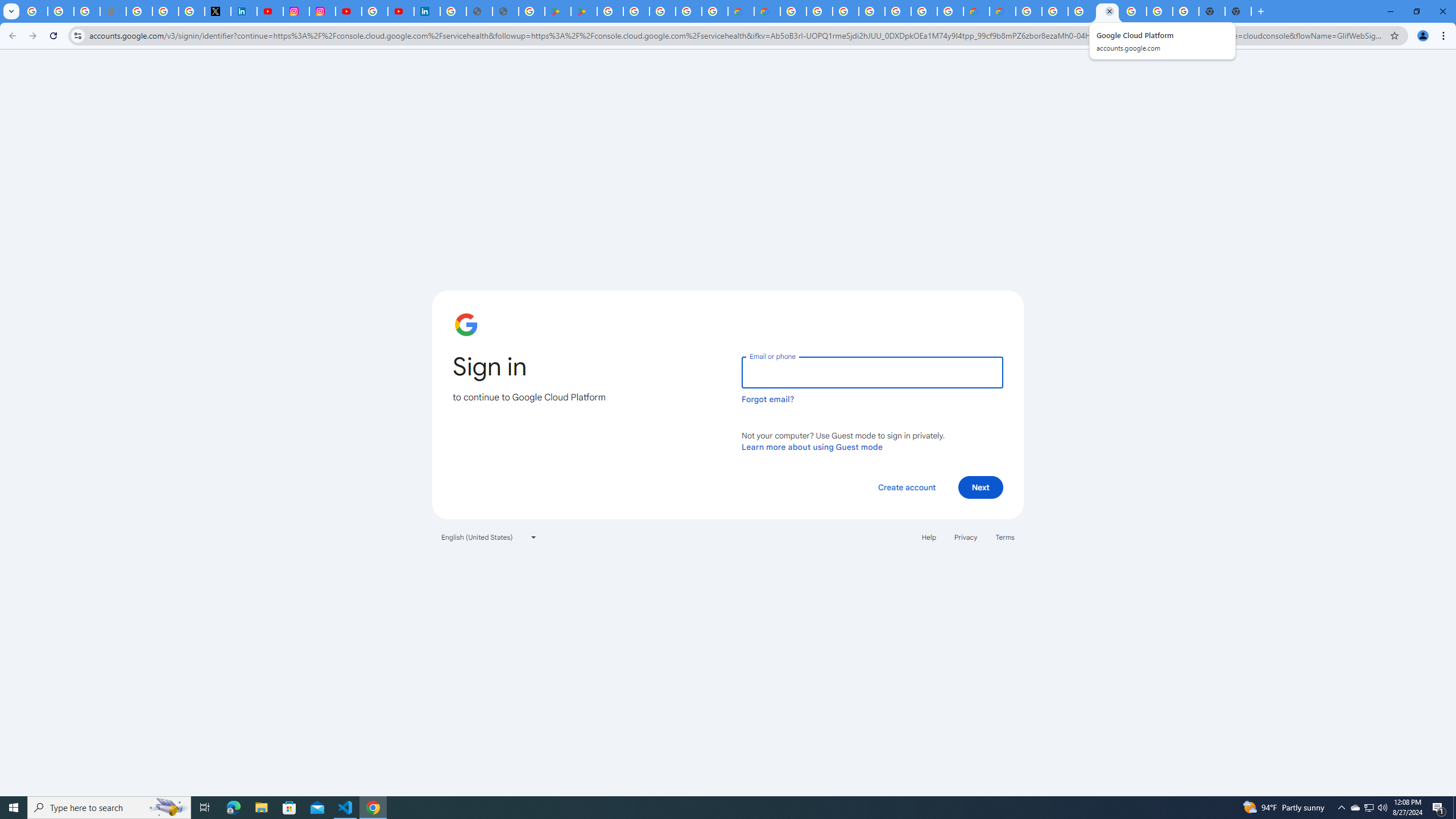 The height and width of the screenshot is (819, 1456). Describe the element at coordinates (689, 11) in the screenshot. I see `'Google Workspace - Specific Terms'` at that location.